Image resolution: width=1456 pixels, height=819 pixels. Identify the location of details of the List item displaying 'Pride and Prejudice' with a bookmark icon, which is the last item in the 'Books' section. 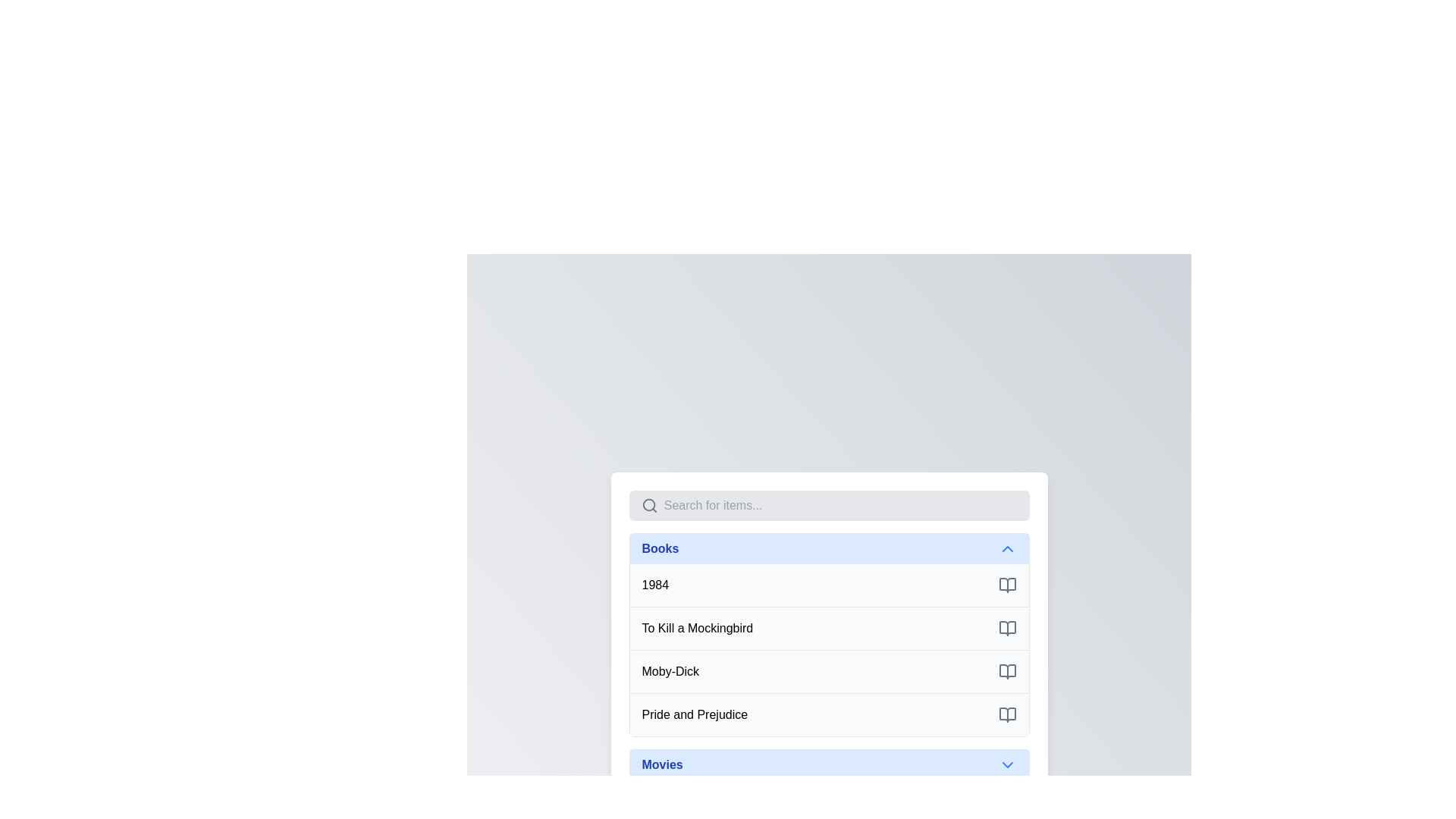
(828, 714).